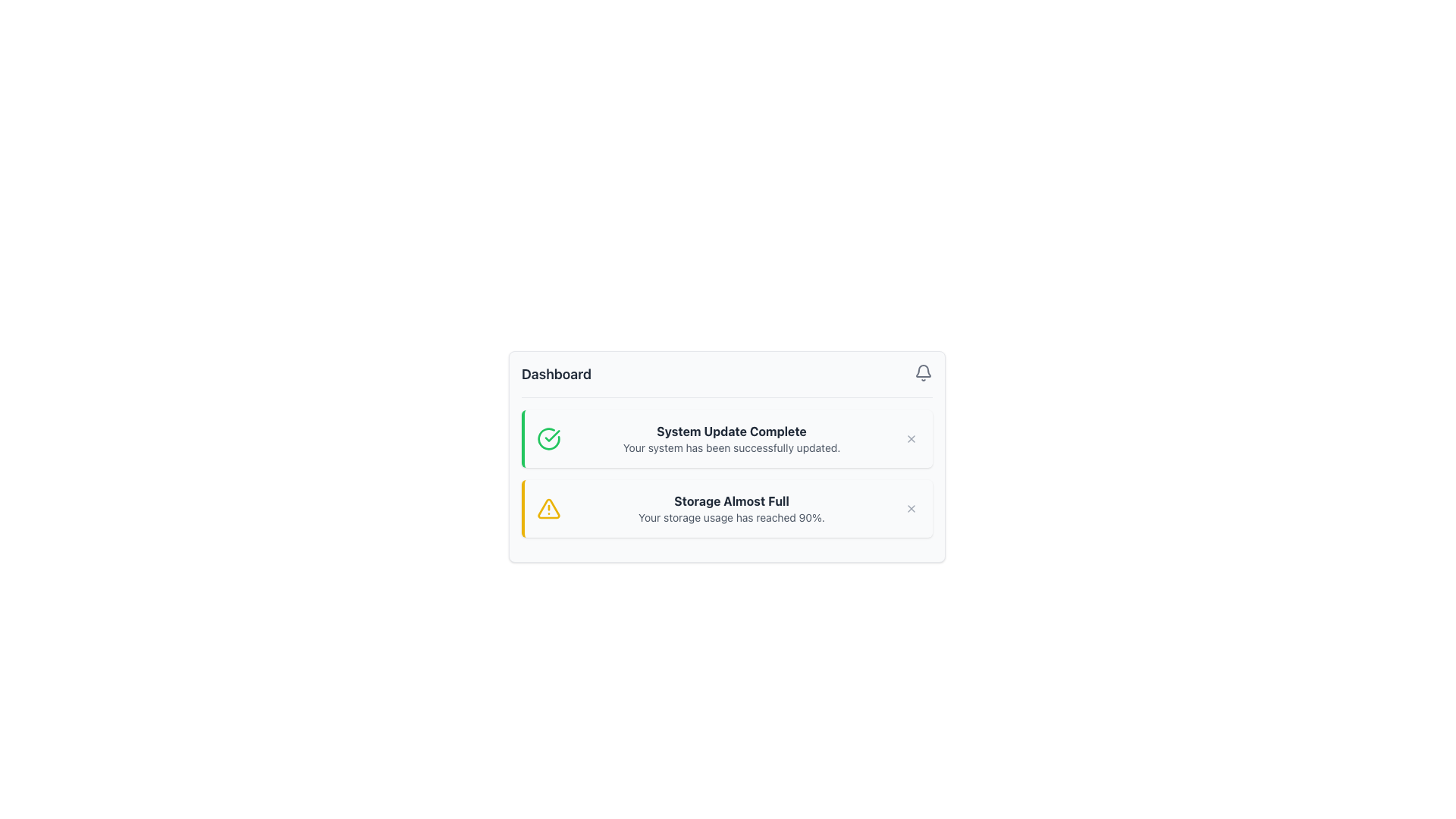  I want to click on the Text Display element that alerts the user about their storage status, which indicates a warning about reaching 90% of storage usage, so click(731, 509).